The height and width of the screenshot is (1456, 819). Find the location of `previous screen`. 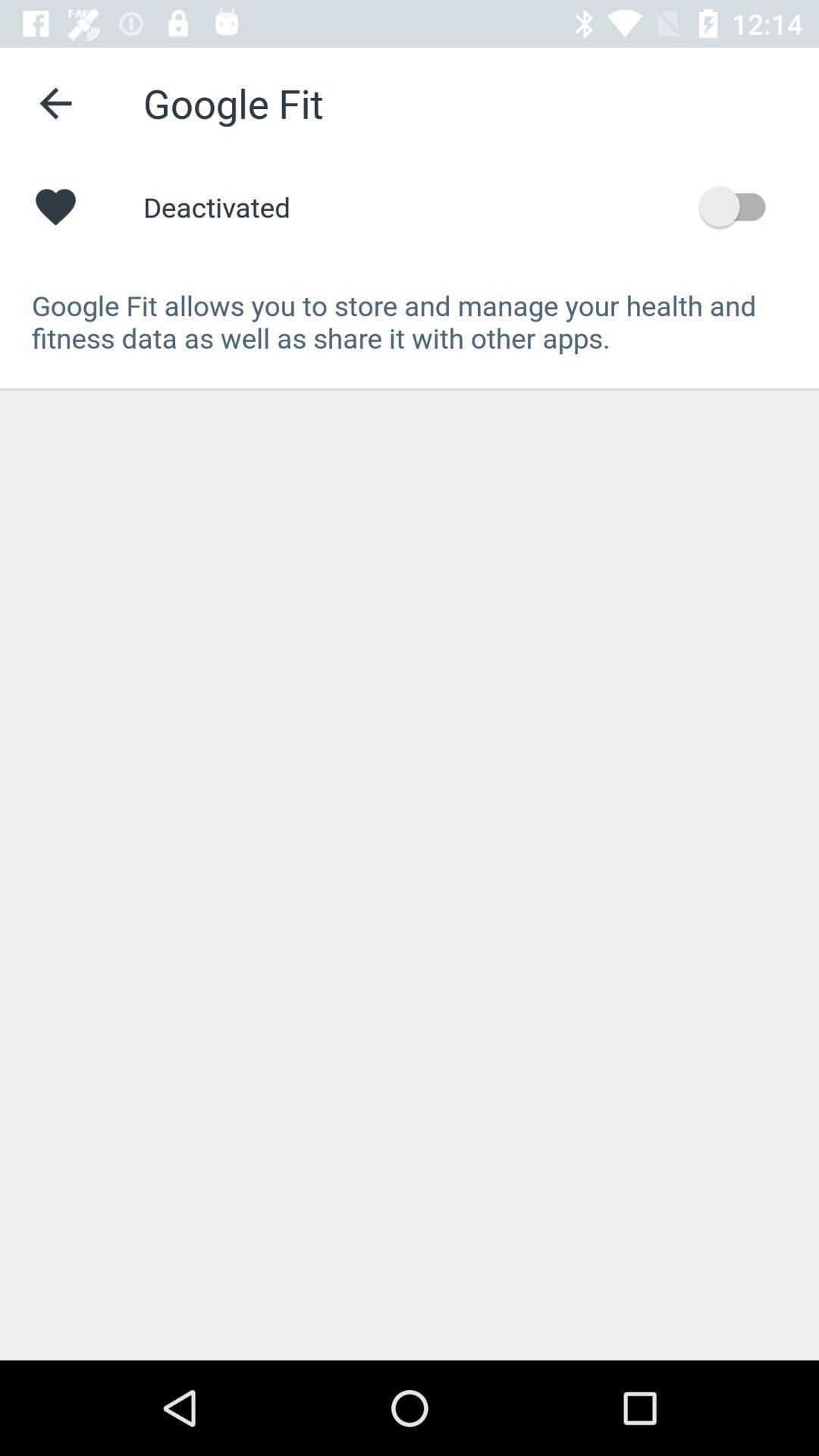

previous screen is located at coordinates (55, 102).